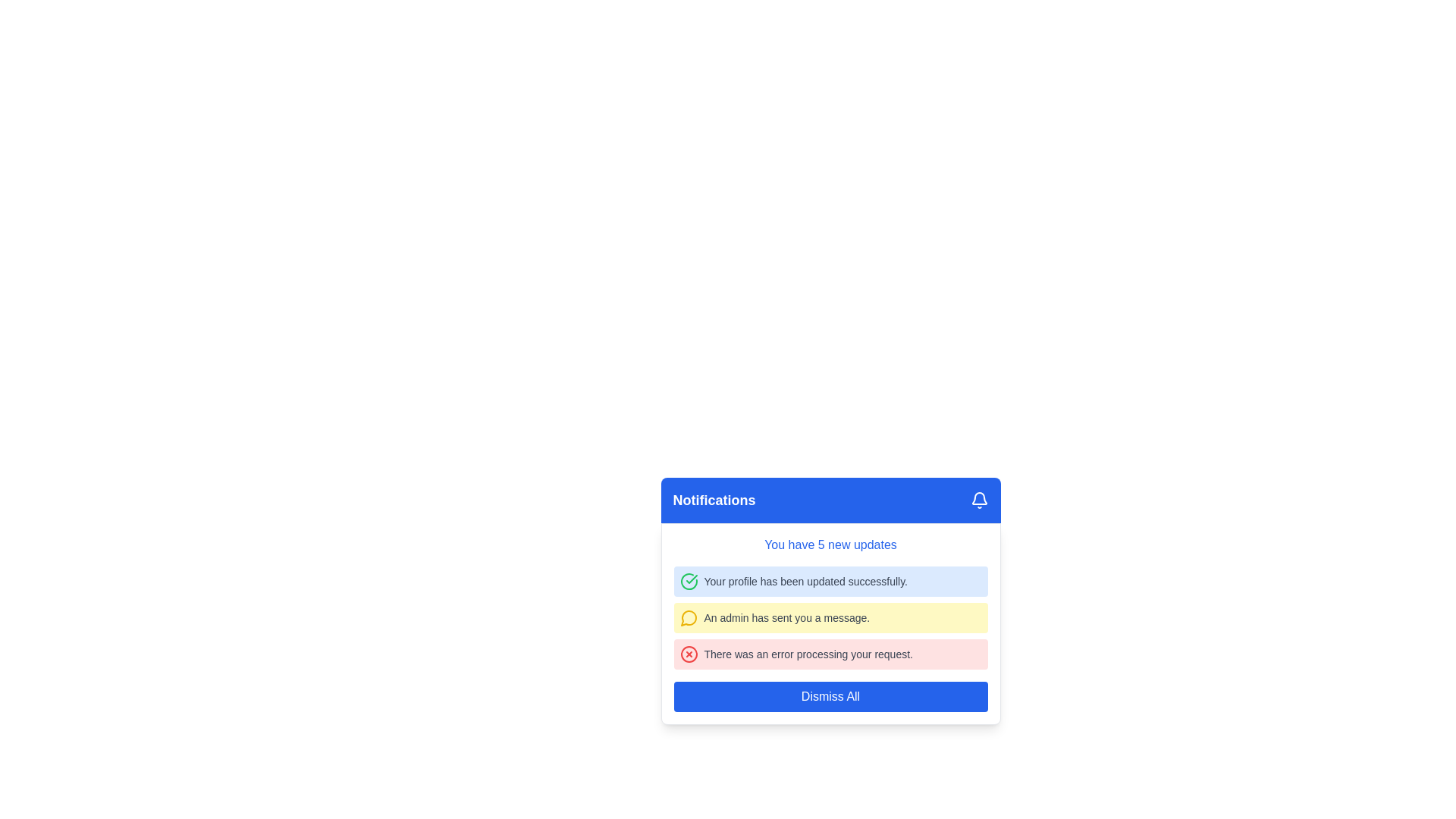  I want to click on the bell icon in the top-right corner of the blue header bar, so click(979, 500).